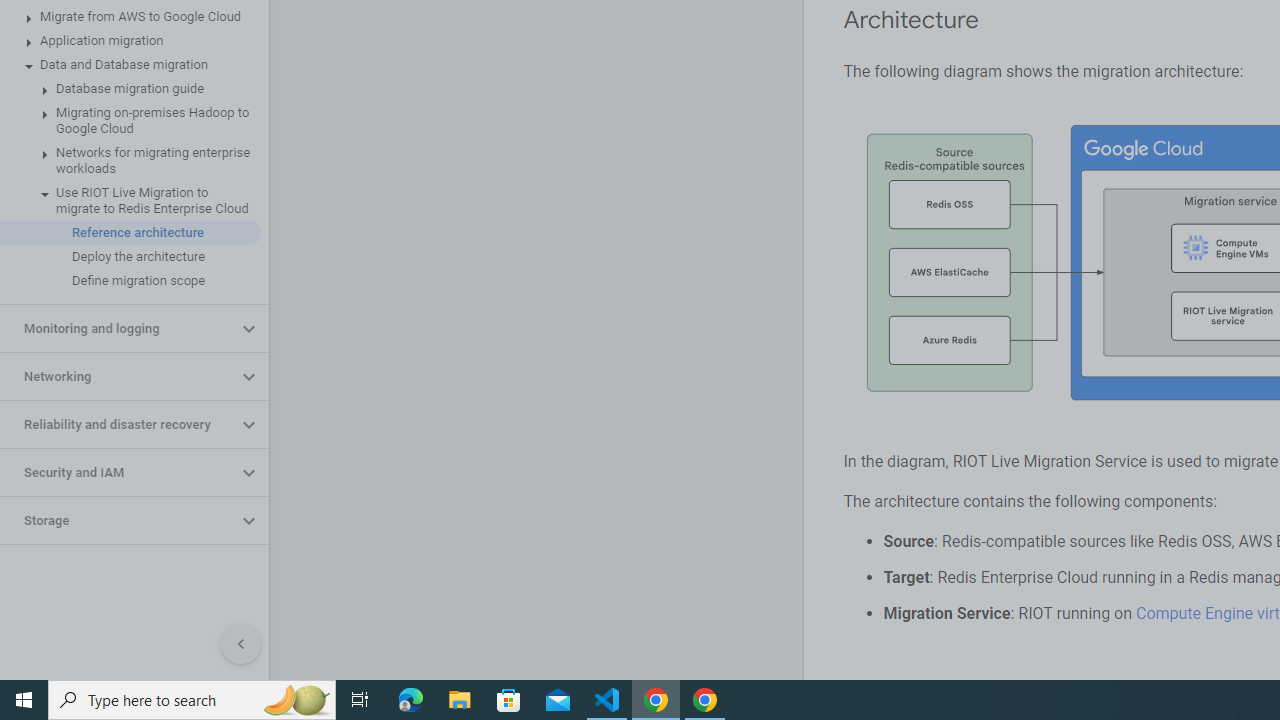 The width and height of the screenshot is (1280, 720). I want to click on 'Copy link to this section: Architecture', so click(998, 21).